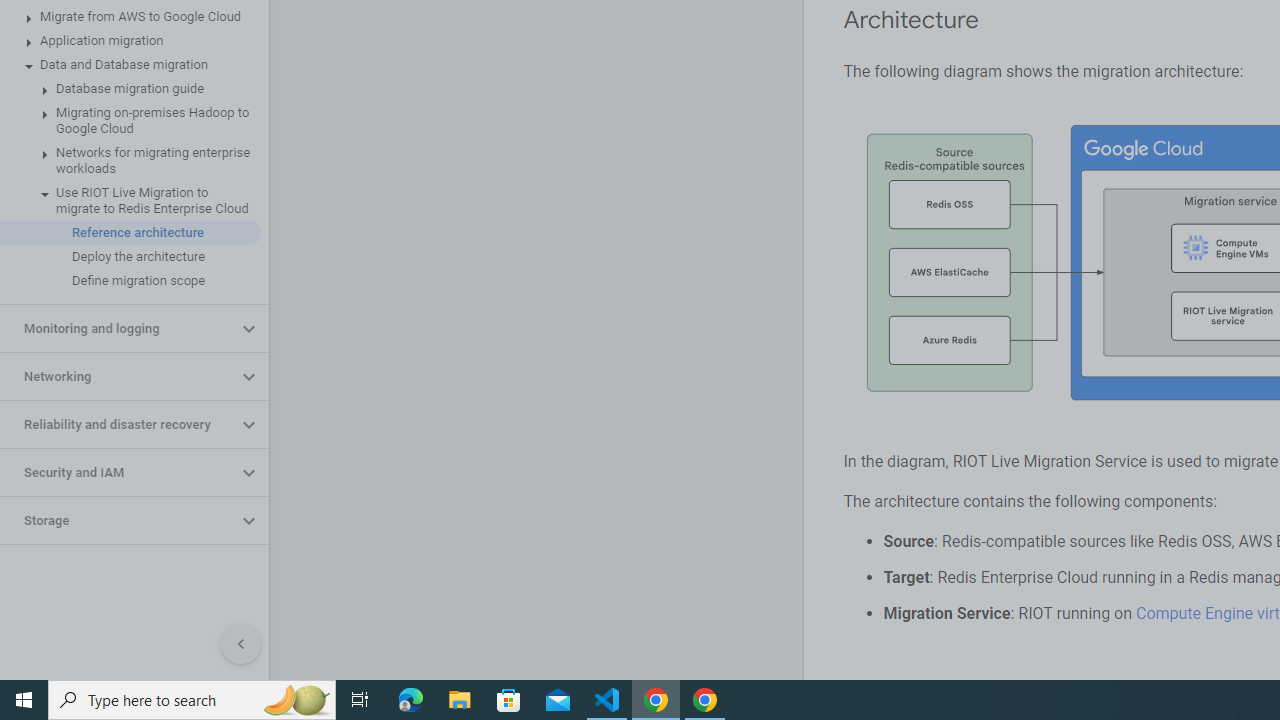 The width and height of the screenshot is (1280, 720). I want to click on 'Copy link to this section: Architecture', so click(998, 21).